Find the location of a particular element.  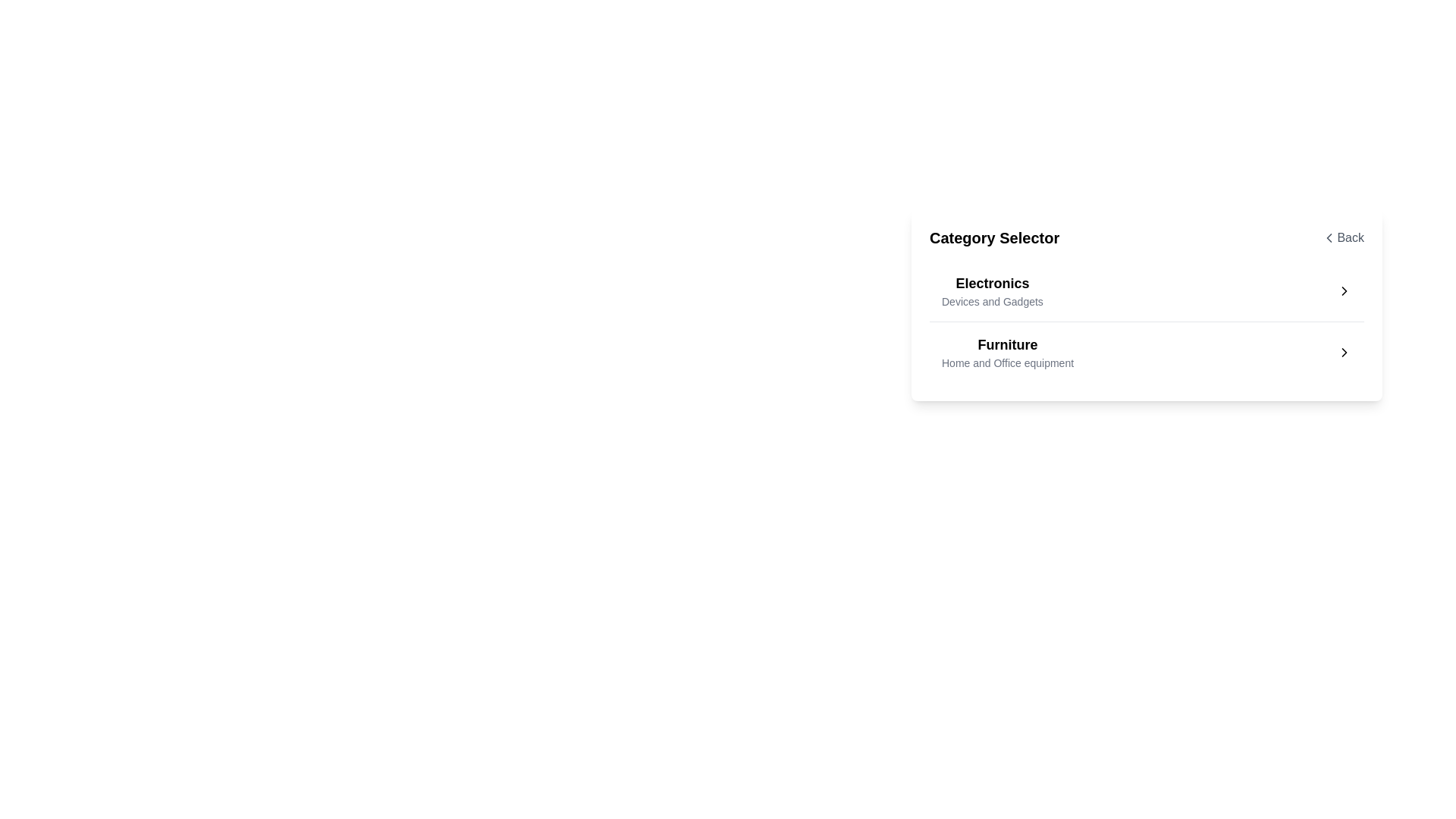

the back navigation icon located to the left of the 'Back' text in the top-right corner of the modal component is located at coordinates (1329, 237).